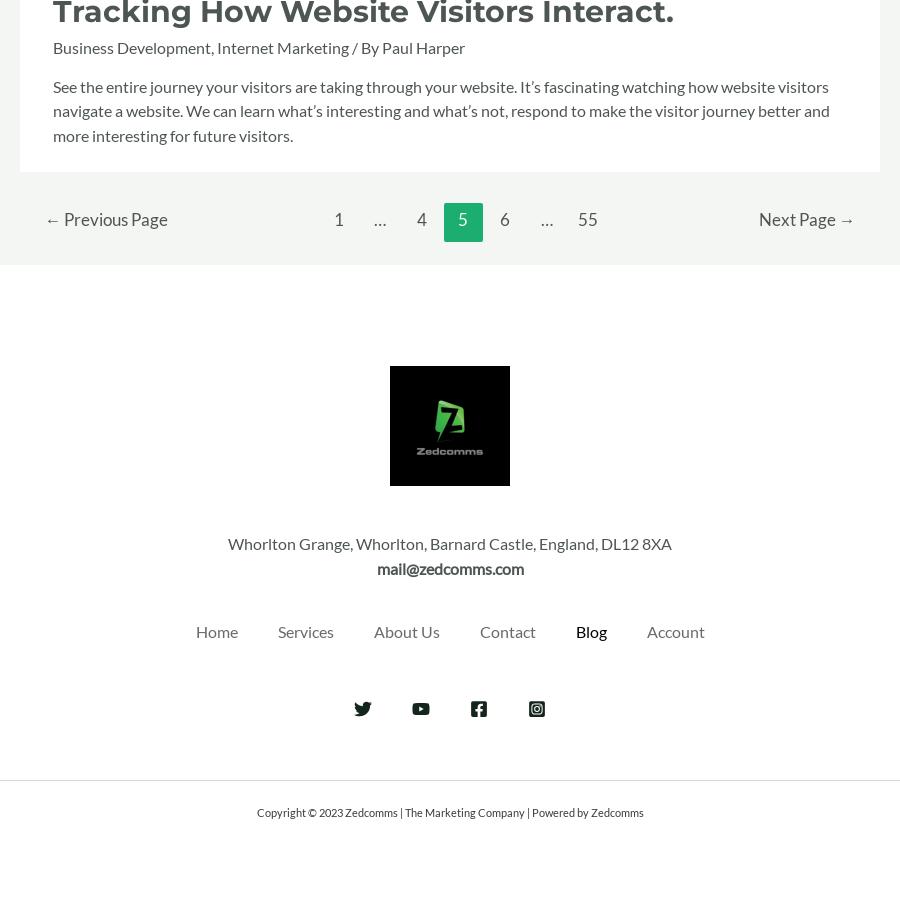 The image size is (900, 899). Describe the element at coordinates (338, 219) in the screenshot. I see `'1'` at that location.